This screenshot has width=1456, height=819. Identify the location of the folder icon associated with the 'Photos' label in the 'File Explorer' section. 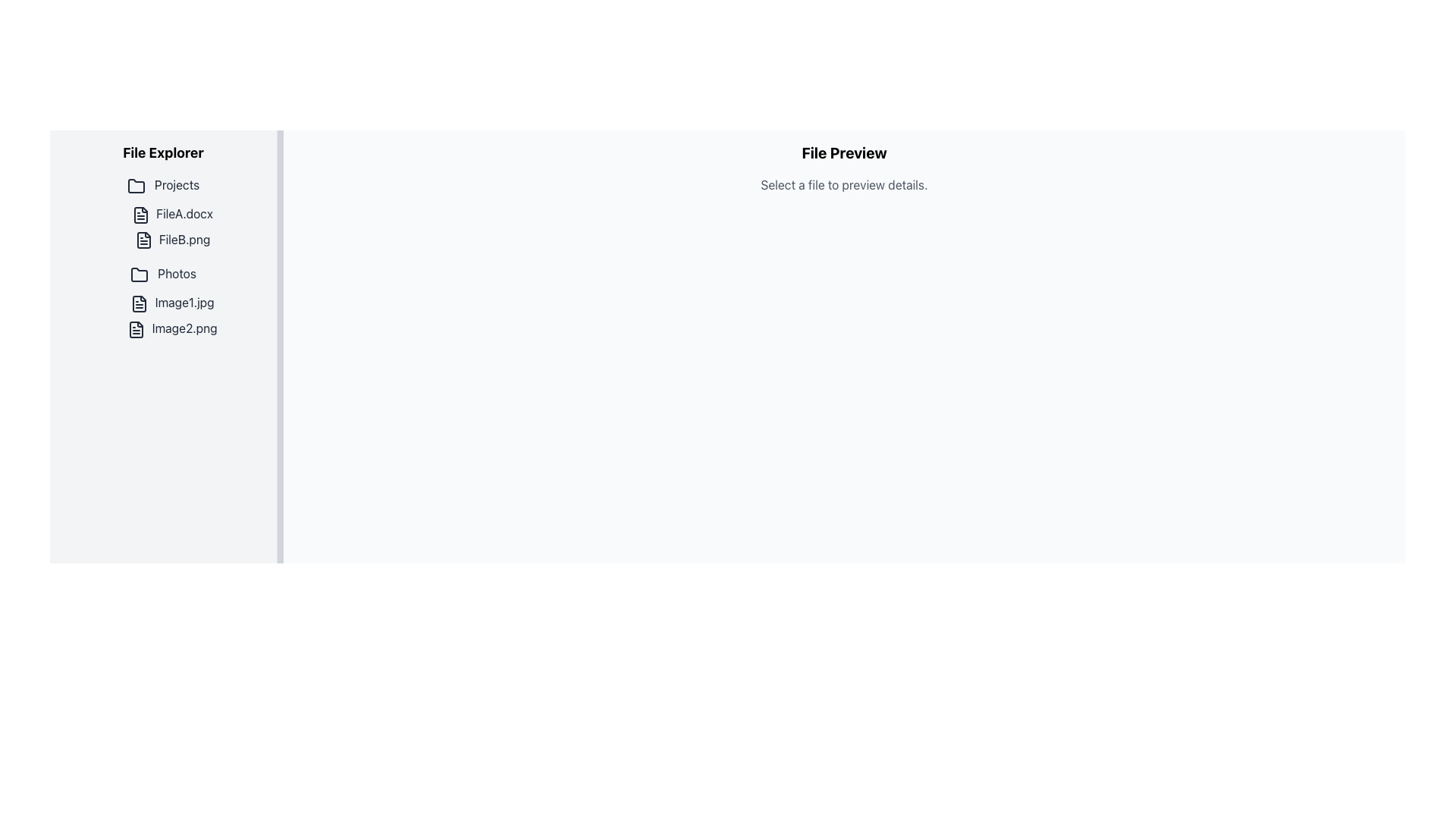
(140, 275).